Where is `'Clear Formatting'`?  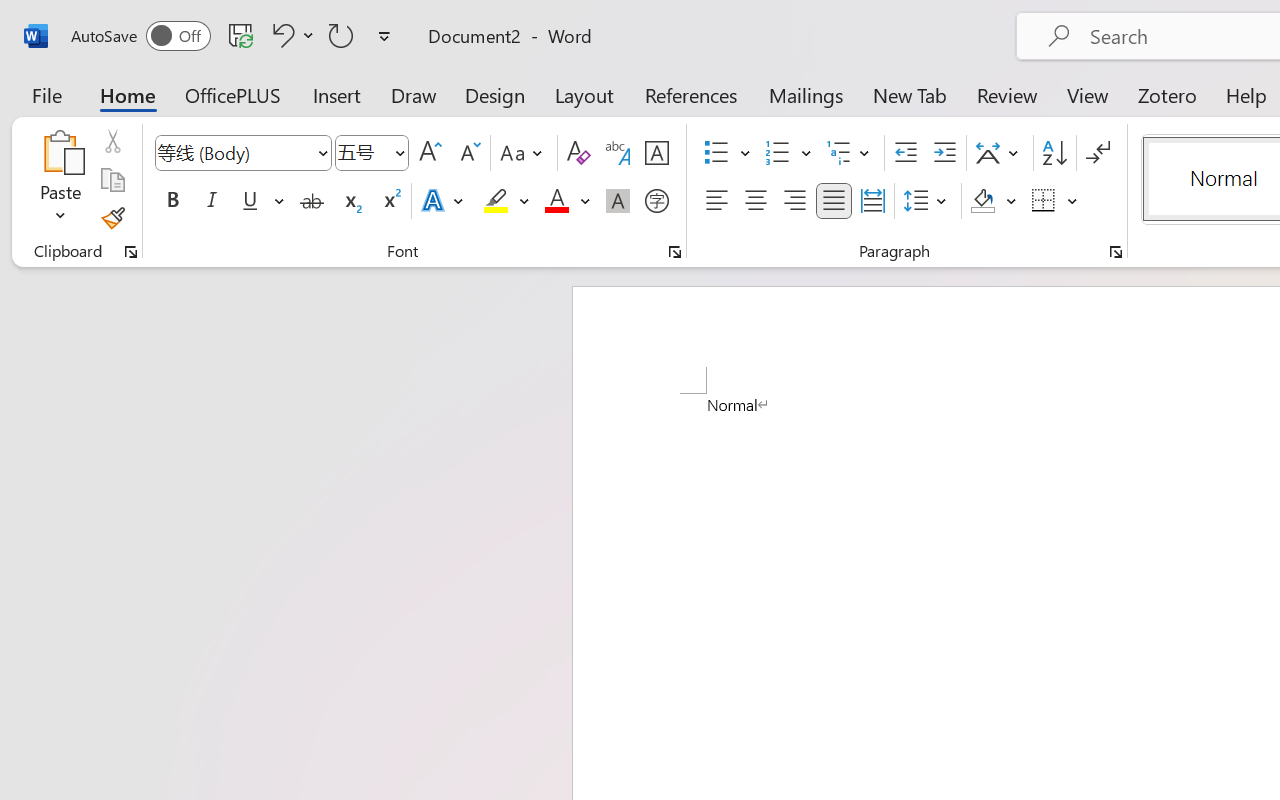
'Clear Formatting' is located at coordinates (577, 153).